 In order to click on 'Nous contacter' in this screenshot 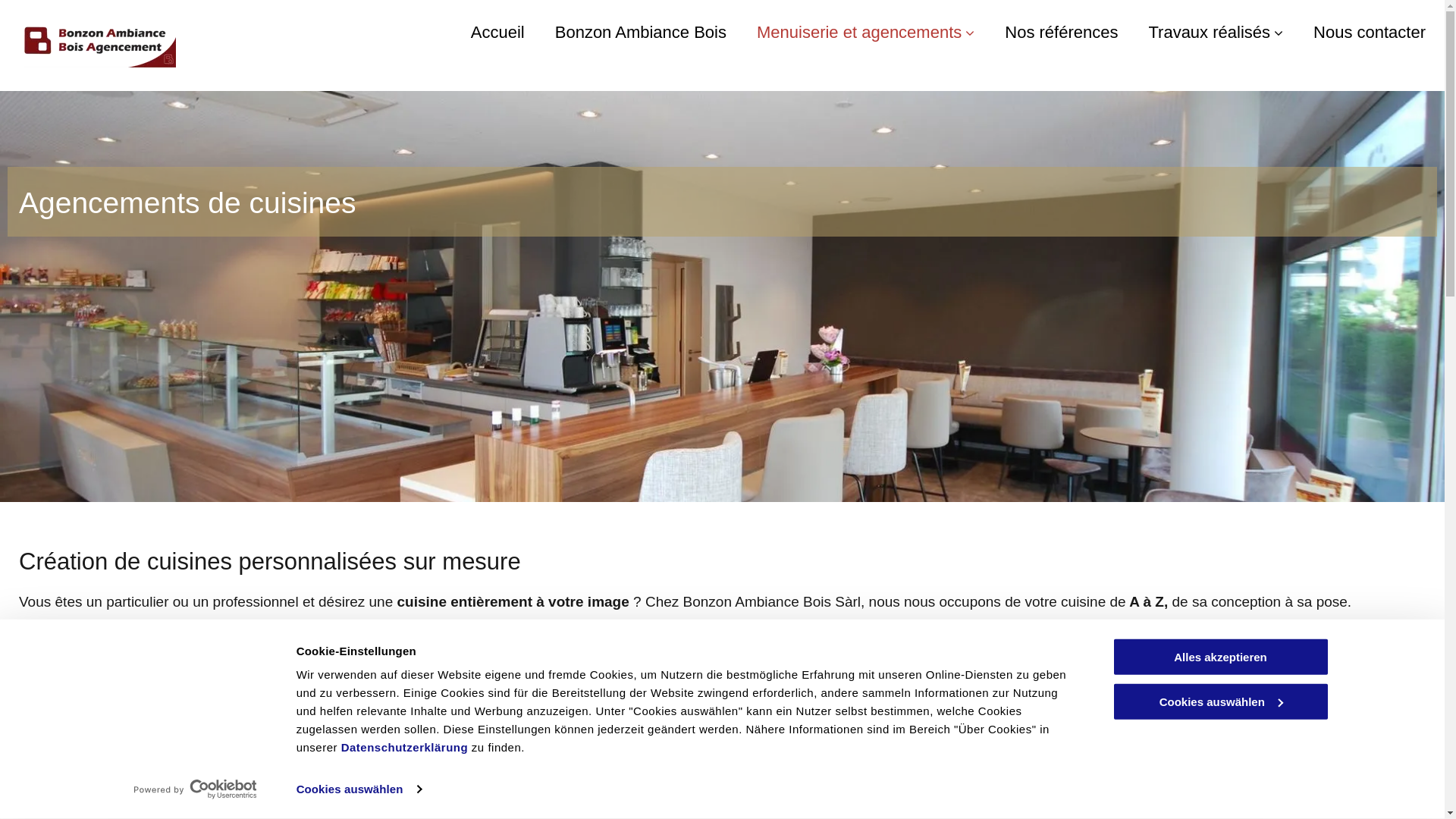, I will do `click(1369, 32)`.